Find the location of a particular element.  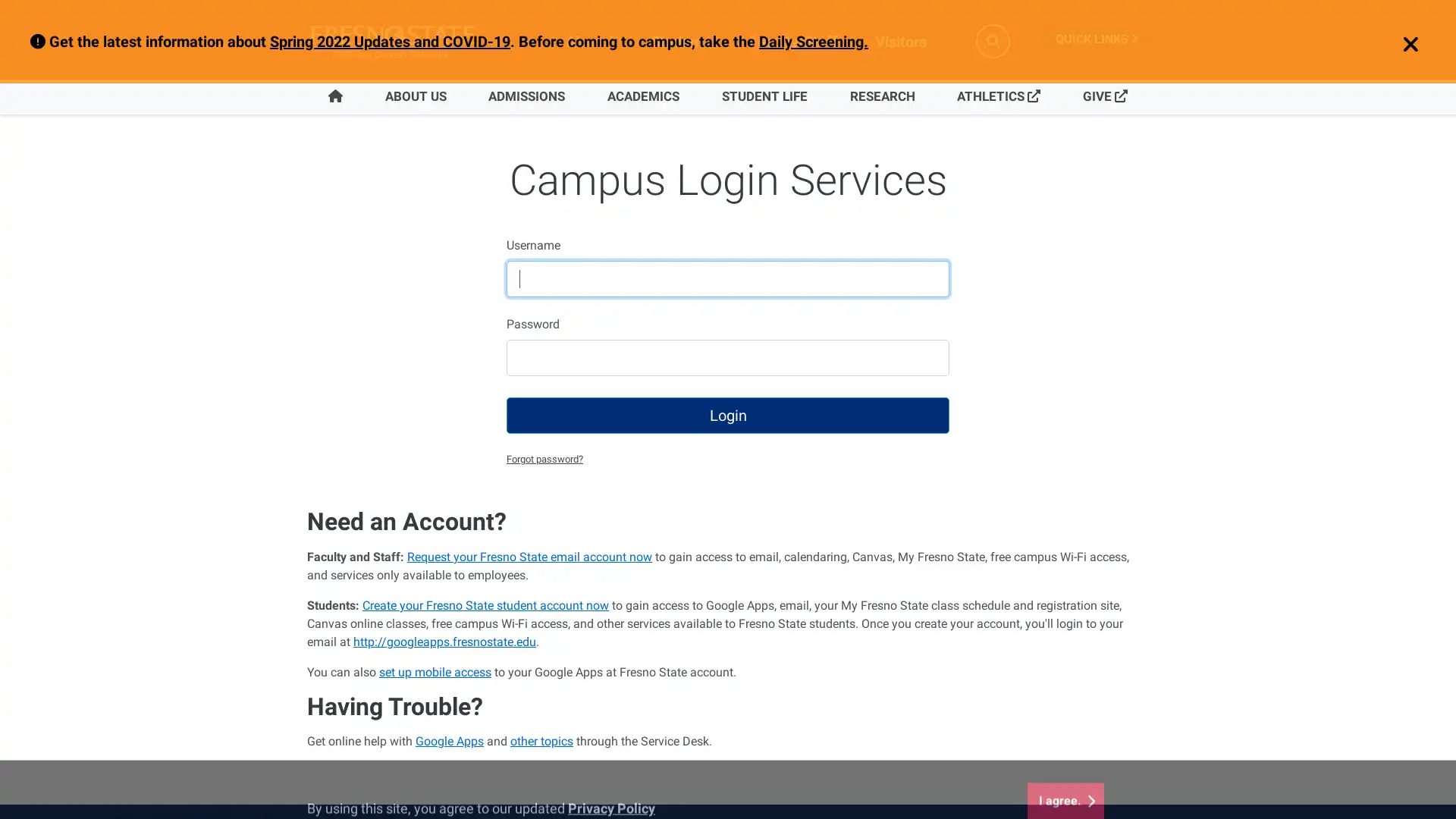

Login is located at coordinates (728, 415).